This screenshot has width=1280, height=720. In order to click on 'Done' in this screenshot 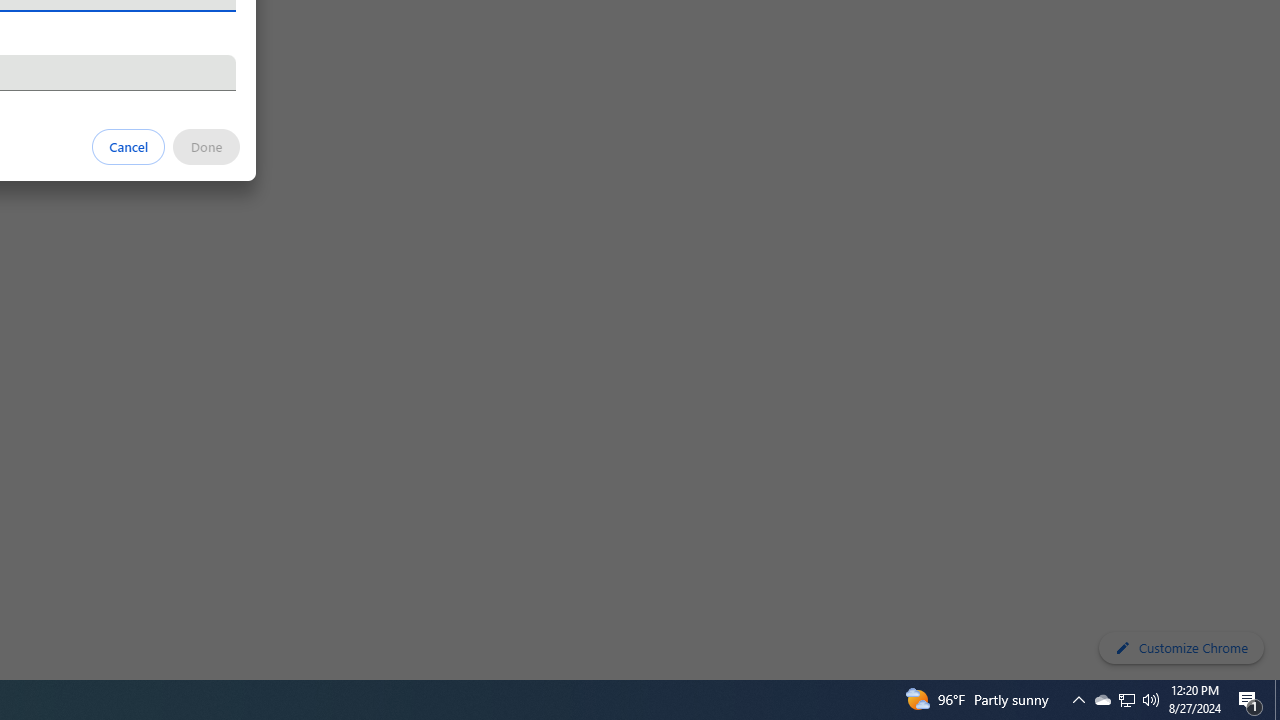, I will do `click(206, 145)`.